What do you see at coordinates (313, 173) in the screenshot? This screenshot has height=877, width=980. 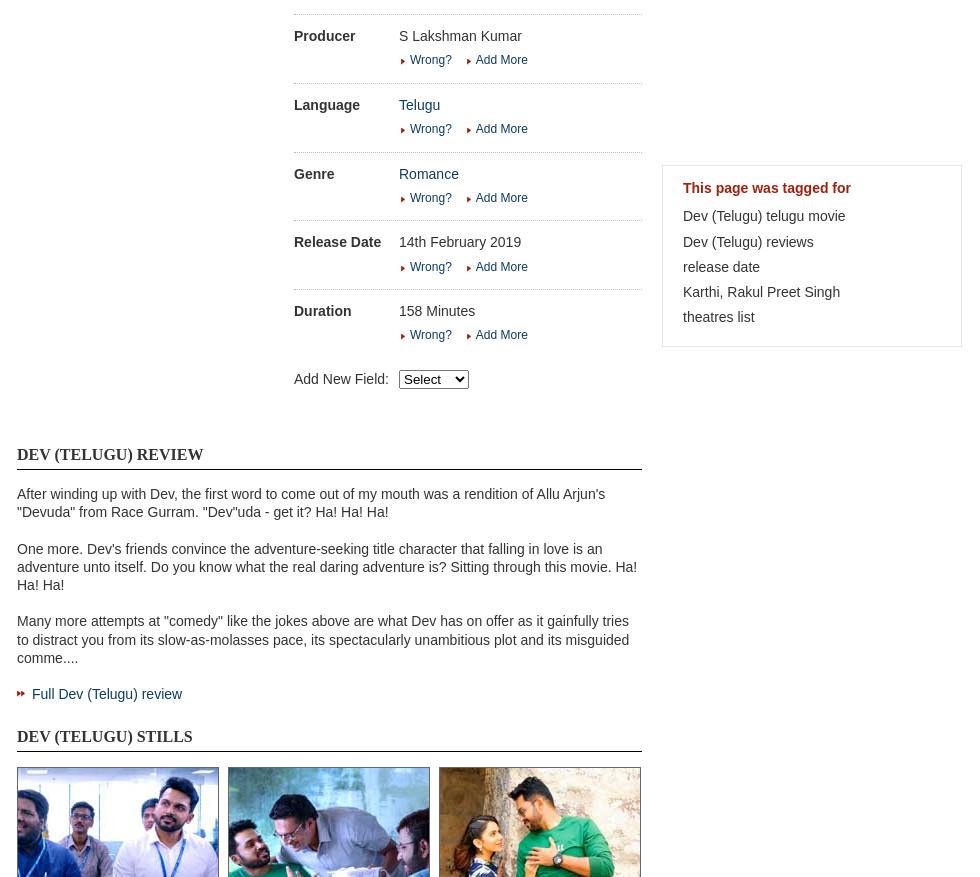 I see `'Genre'` at bounding box center [313, 173].